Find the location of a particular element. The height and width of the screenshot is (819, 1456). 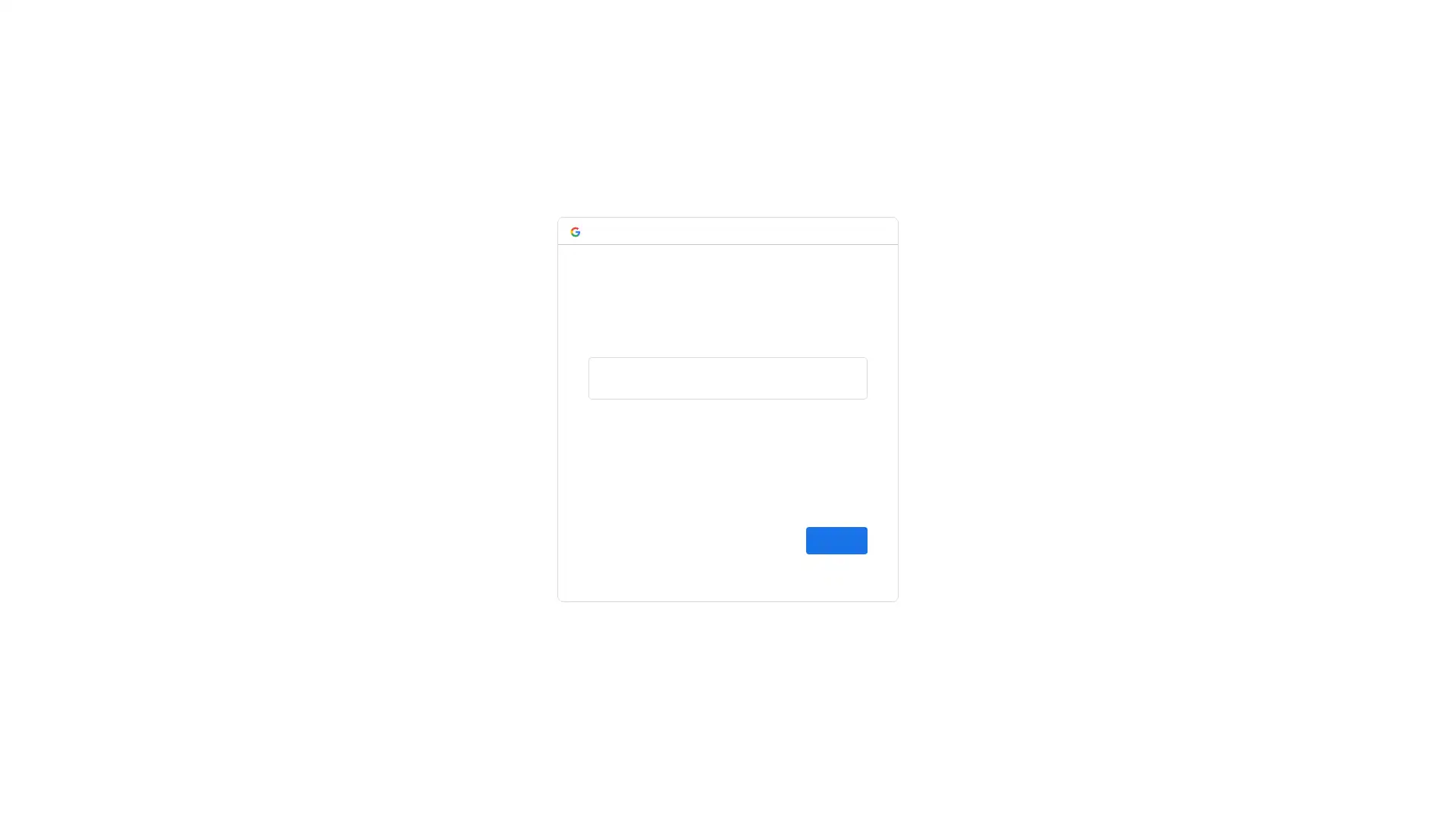

openspending.org is located at coordinates (767, 322).